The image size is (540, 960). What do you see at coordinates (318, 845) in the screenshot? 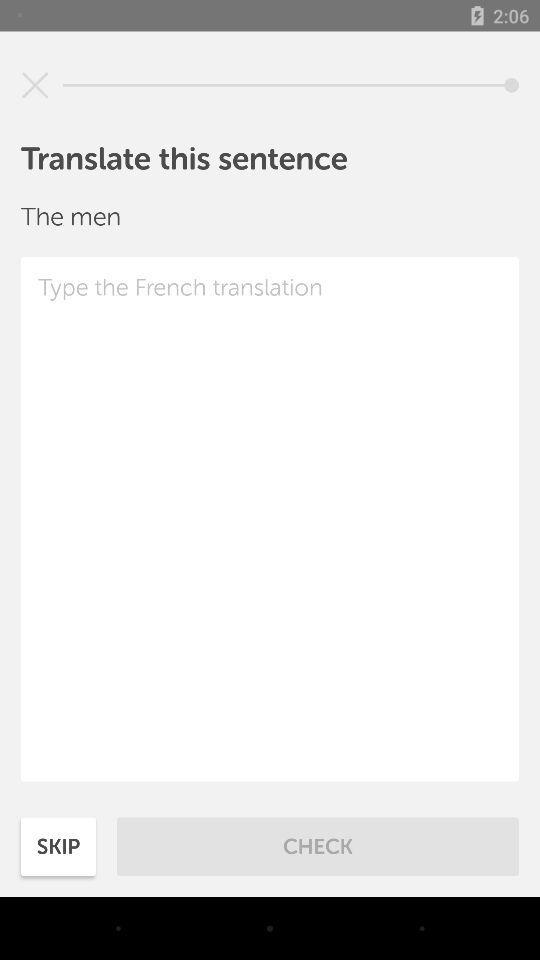
I see `icon next to the skip item` at bounding box center [318, 845].